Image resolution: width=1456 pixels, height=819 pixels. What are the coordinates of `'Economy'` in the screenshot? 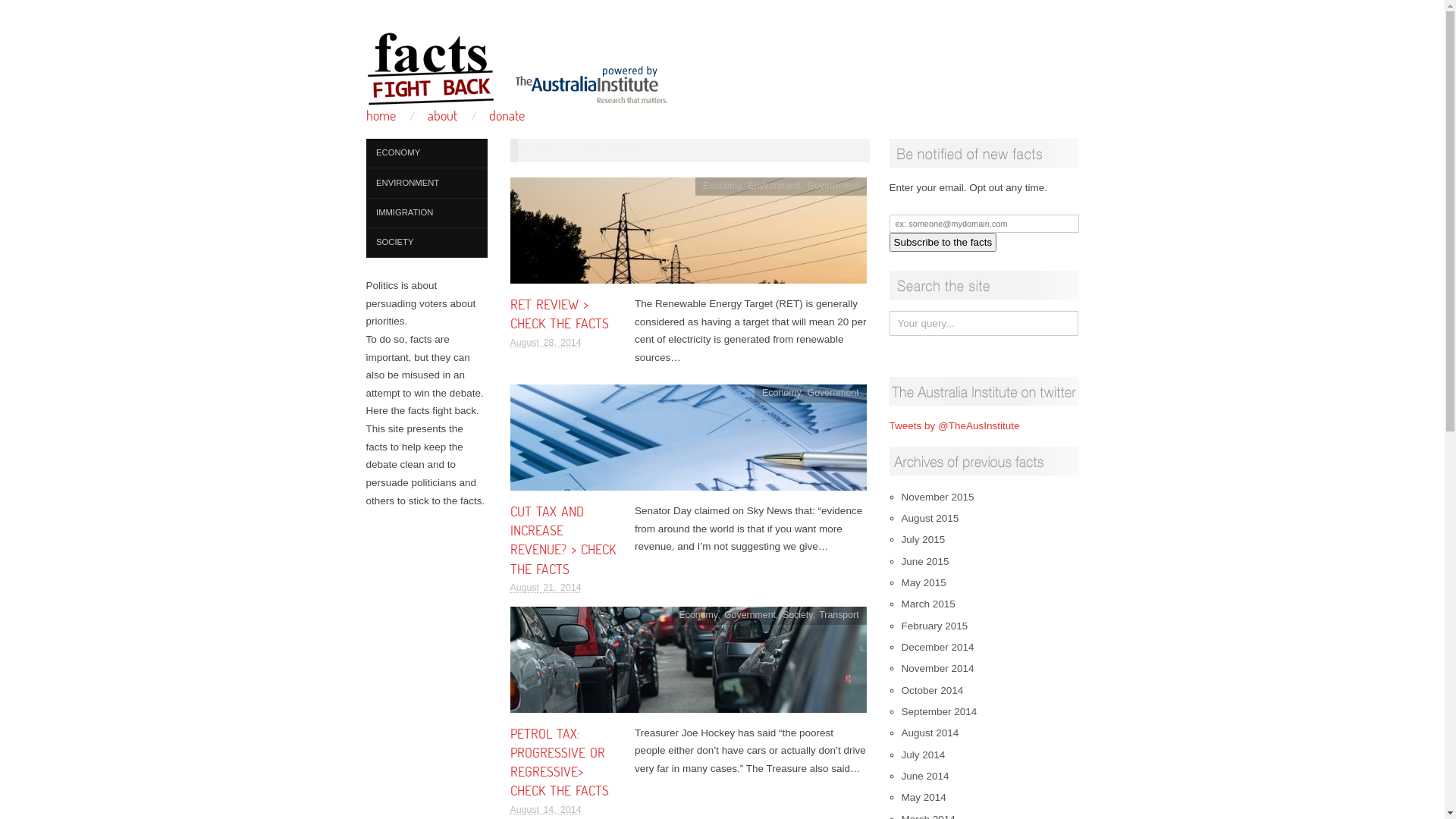 It's located at (698, 614).